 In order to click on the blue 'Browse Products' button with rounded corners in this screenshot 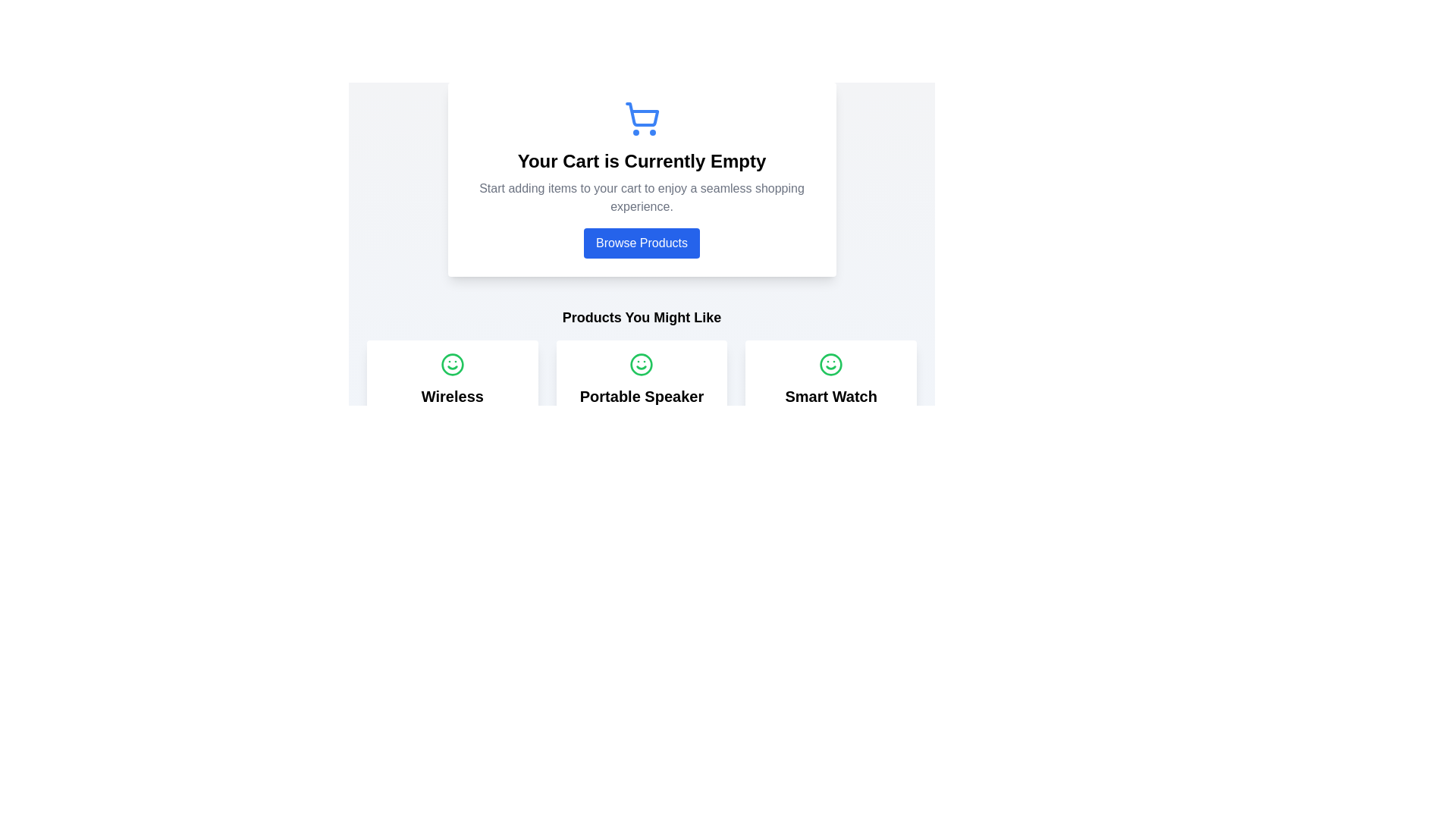, I will do `click(642, 242)`.